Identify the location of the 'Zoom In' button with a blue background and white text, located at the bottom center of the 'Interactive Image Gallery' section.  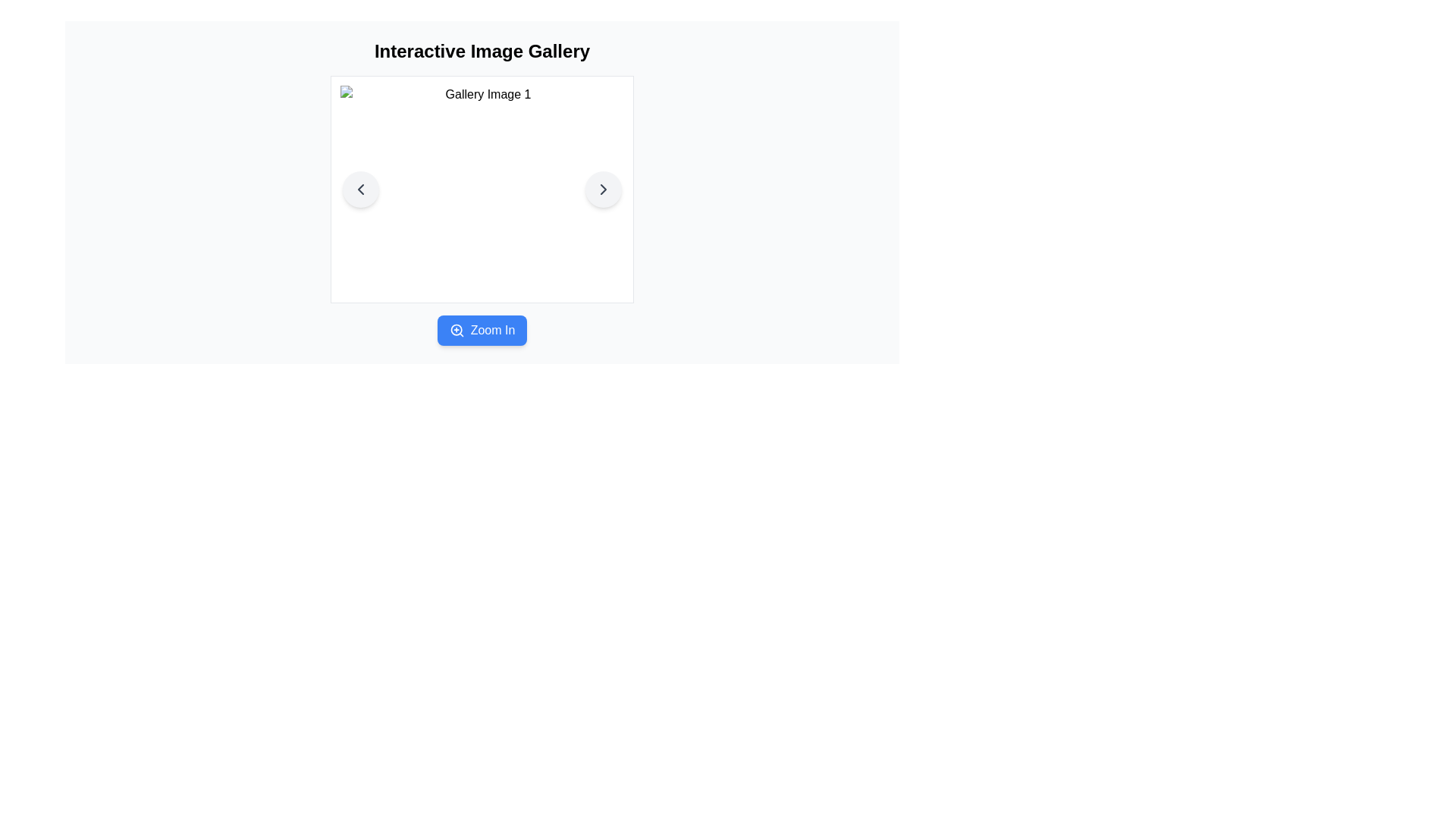
(481, 329).